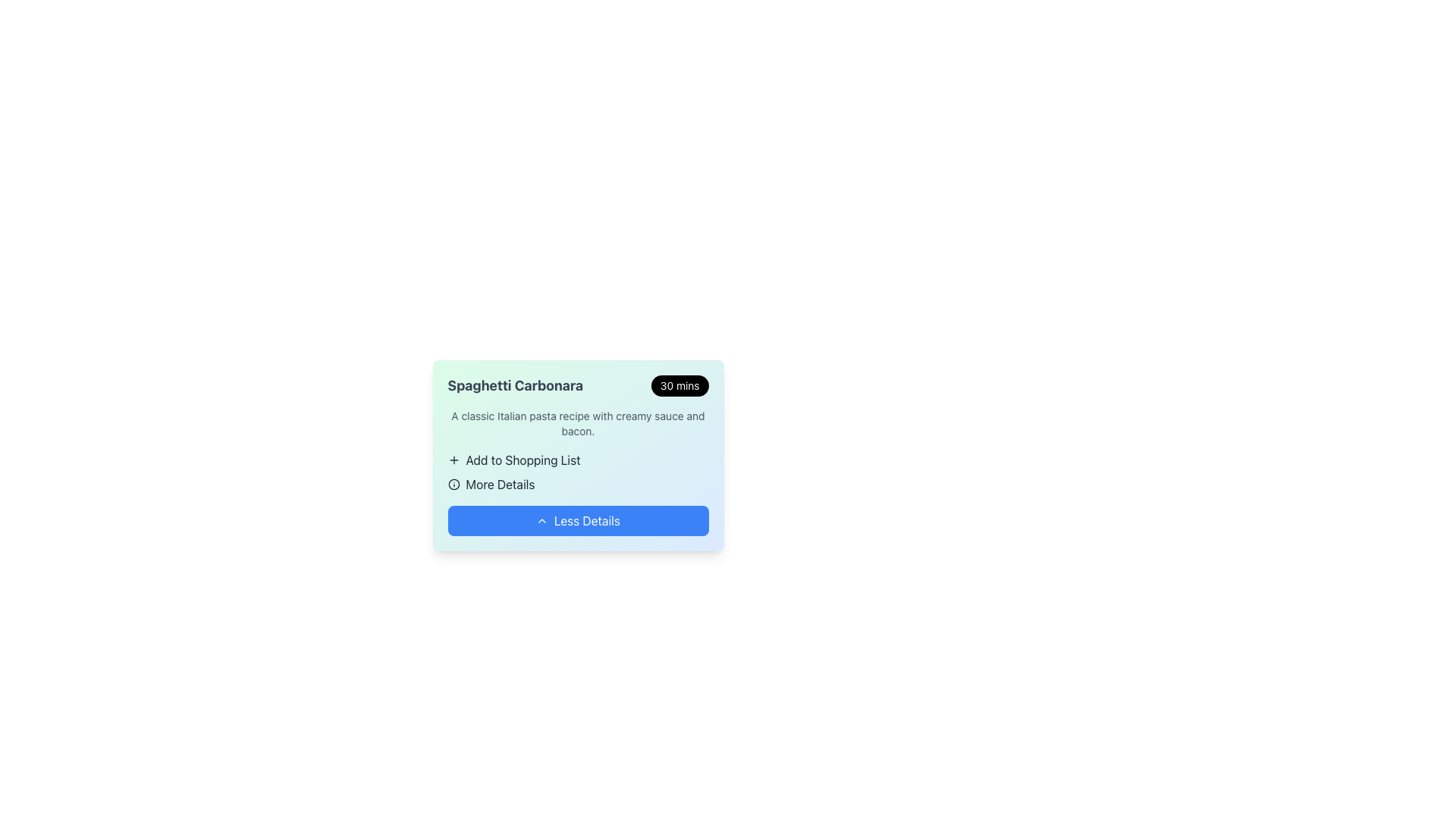  I want to click on the 'Add to Shopping List' button-like text element with a plus icon, so click(577, 459).